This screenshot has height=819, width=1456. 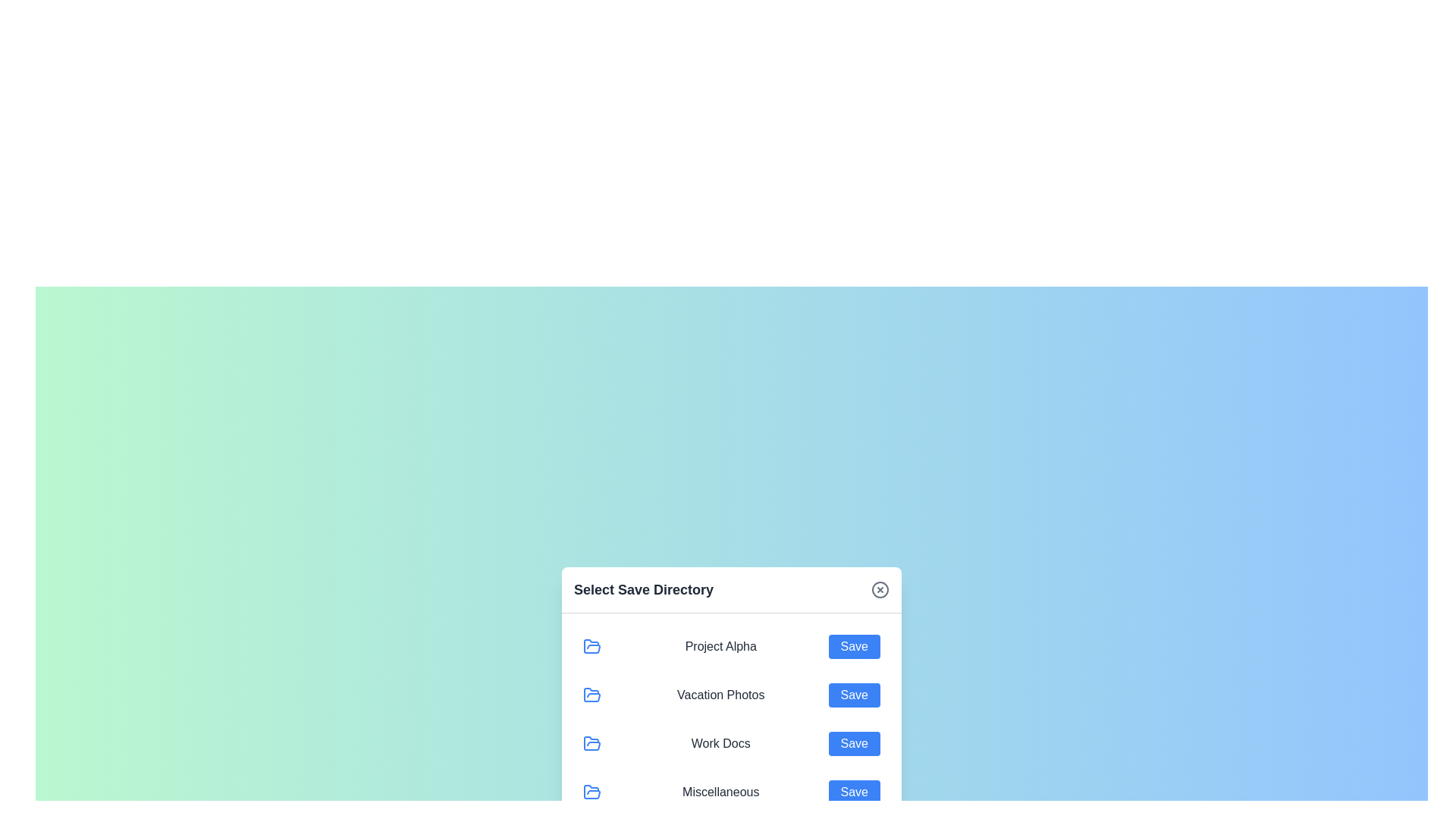 What do you see at coordinates (880, 588) in the screenshot?
I see `close button to close the dialog` at bounding box center [880, 588].